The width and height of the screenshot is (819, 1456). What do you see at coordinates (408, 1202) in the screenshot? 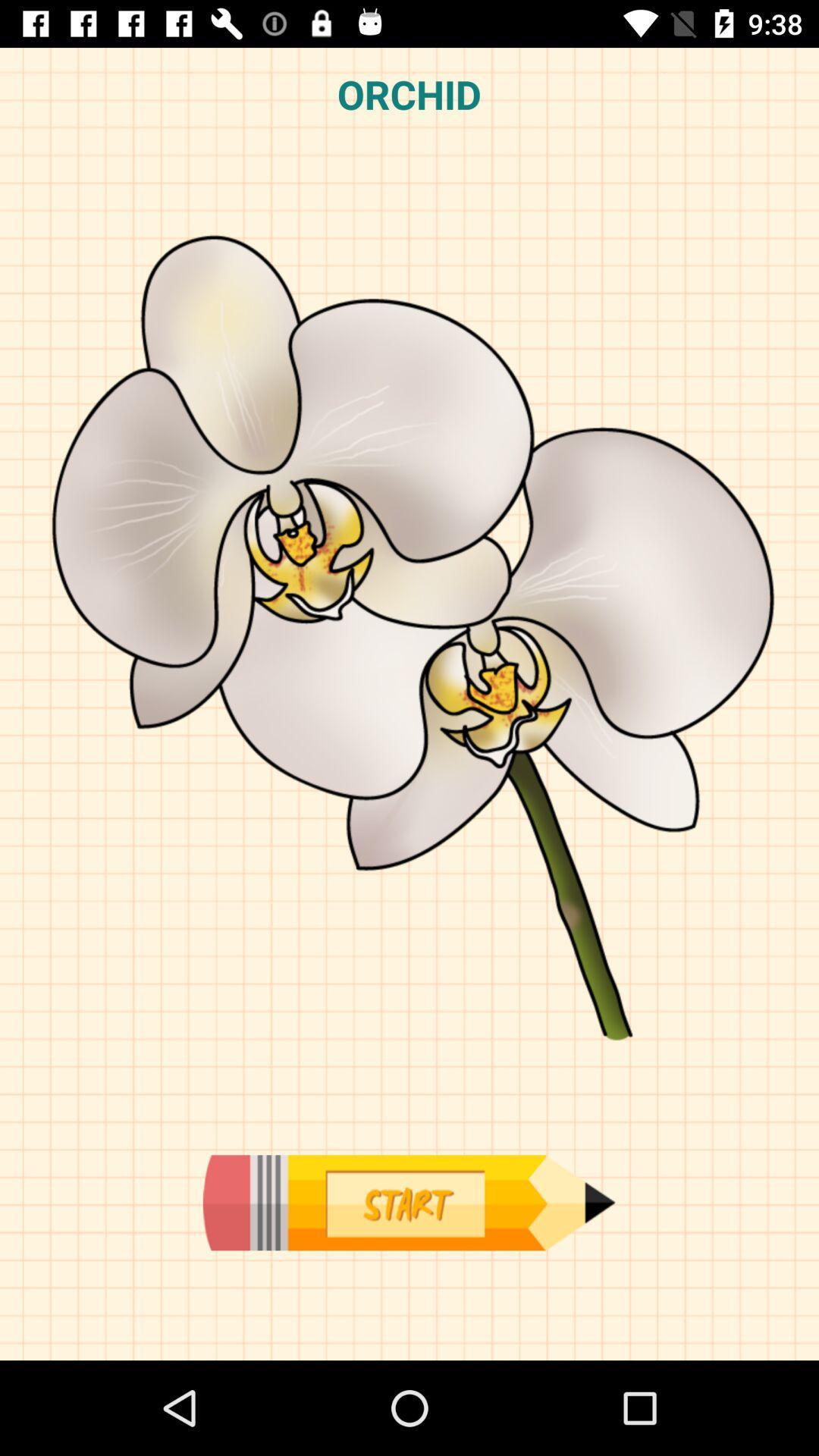
I see `begin playing` at bounding box center [408, 1202].